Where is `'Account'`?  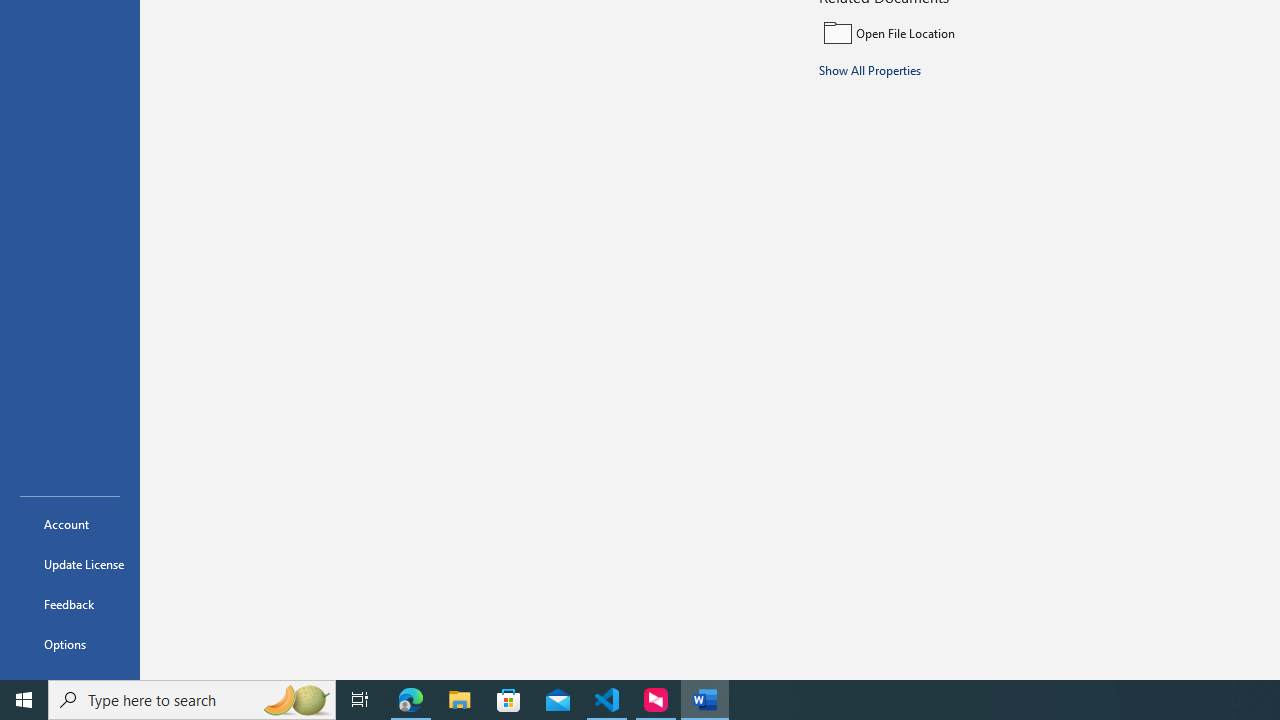
'Account' is located at coordinates (69, 523).